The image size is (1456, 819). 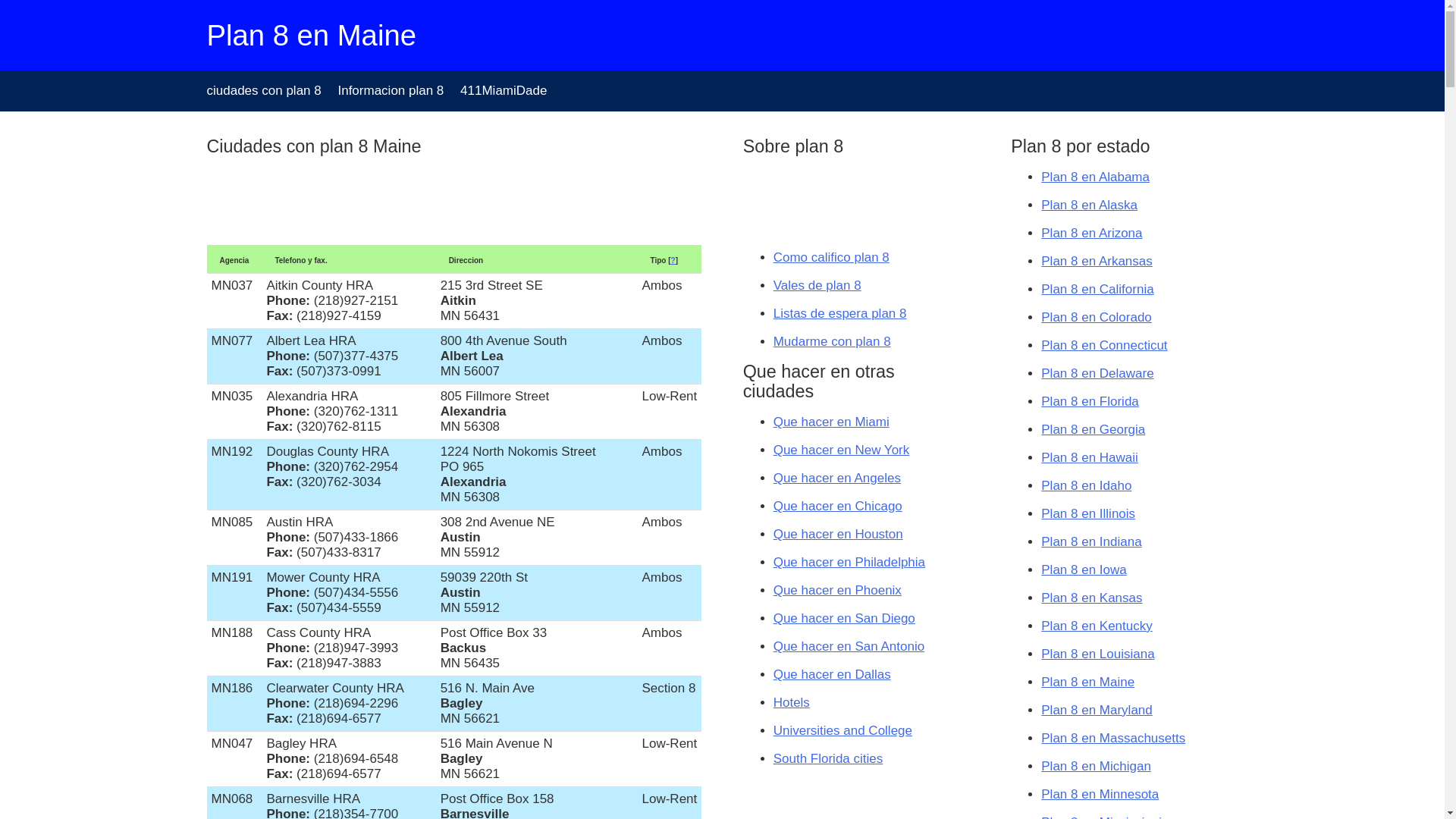 What do you see at coordinates (818, 198) in the screenshot?
I see `'Advertisement'` at bounding box center [818, 198].